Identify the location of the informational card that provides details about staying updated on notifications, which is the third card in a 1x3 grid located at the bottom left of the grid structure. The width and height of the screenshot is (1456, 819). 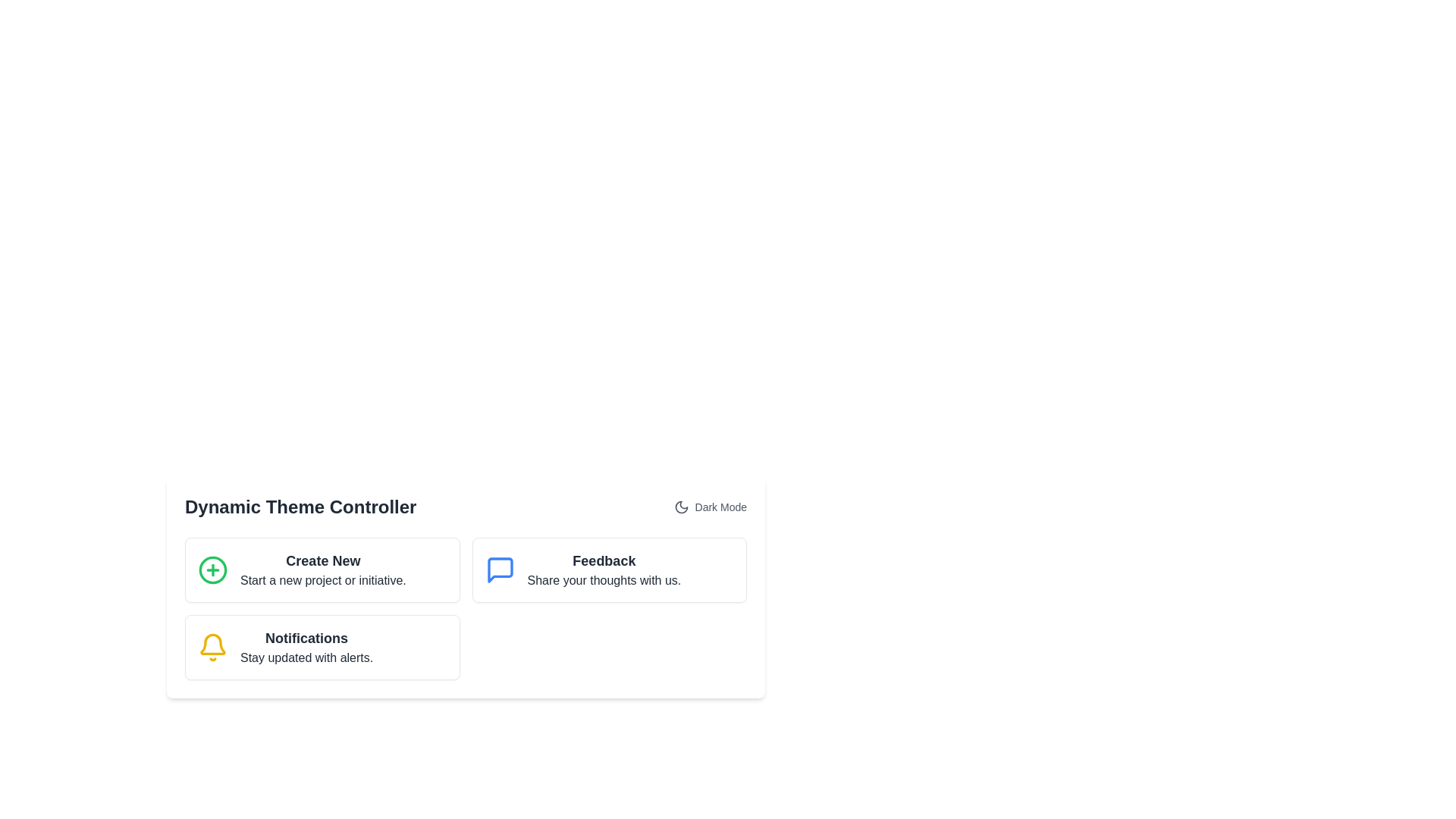
(322, 647).